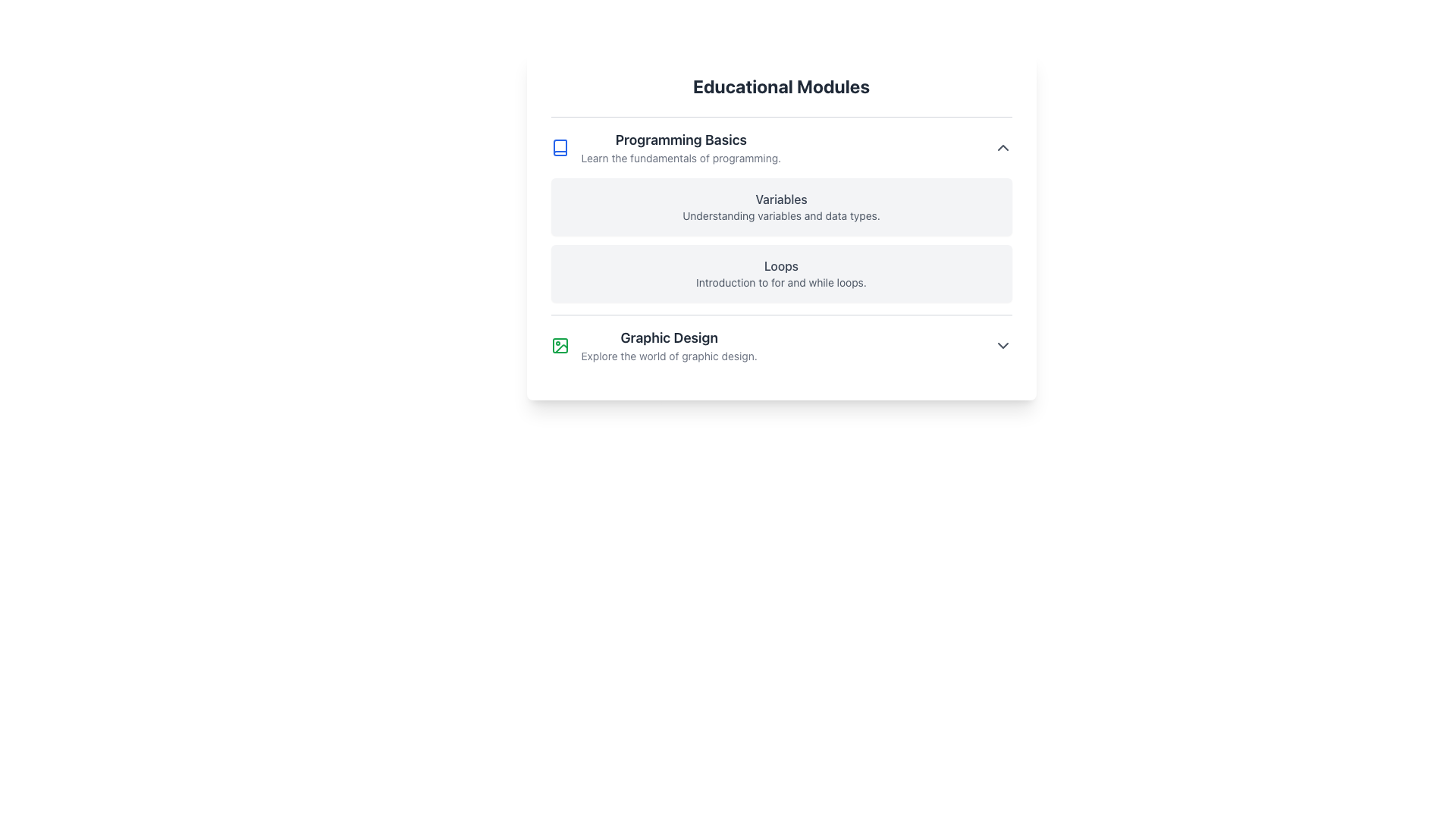 This screenshot has width=1456, height=819. I want to click on supplementary descriptive information provided by the Plain text element about the 'Programming Basics' module, which is located centrally beneath the title, so click(680, 158).